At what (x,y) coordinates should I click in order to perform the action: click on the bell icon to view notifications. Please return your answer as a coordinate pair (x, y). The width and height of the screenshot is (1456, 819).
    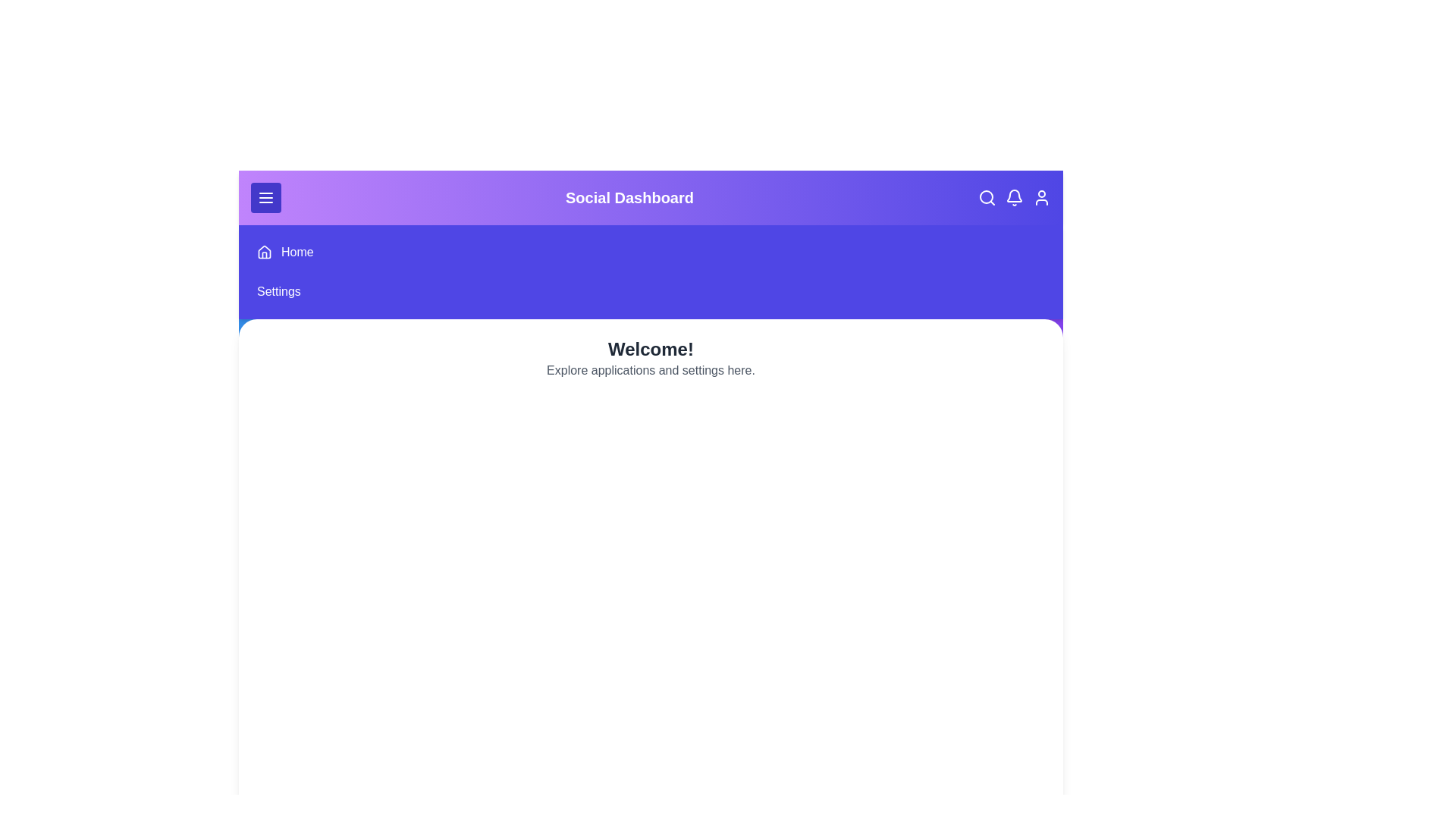
    Looking at the image, I should click on (1015, 197).